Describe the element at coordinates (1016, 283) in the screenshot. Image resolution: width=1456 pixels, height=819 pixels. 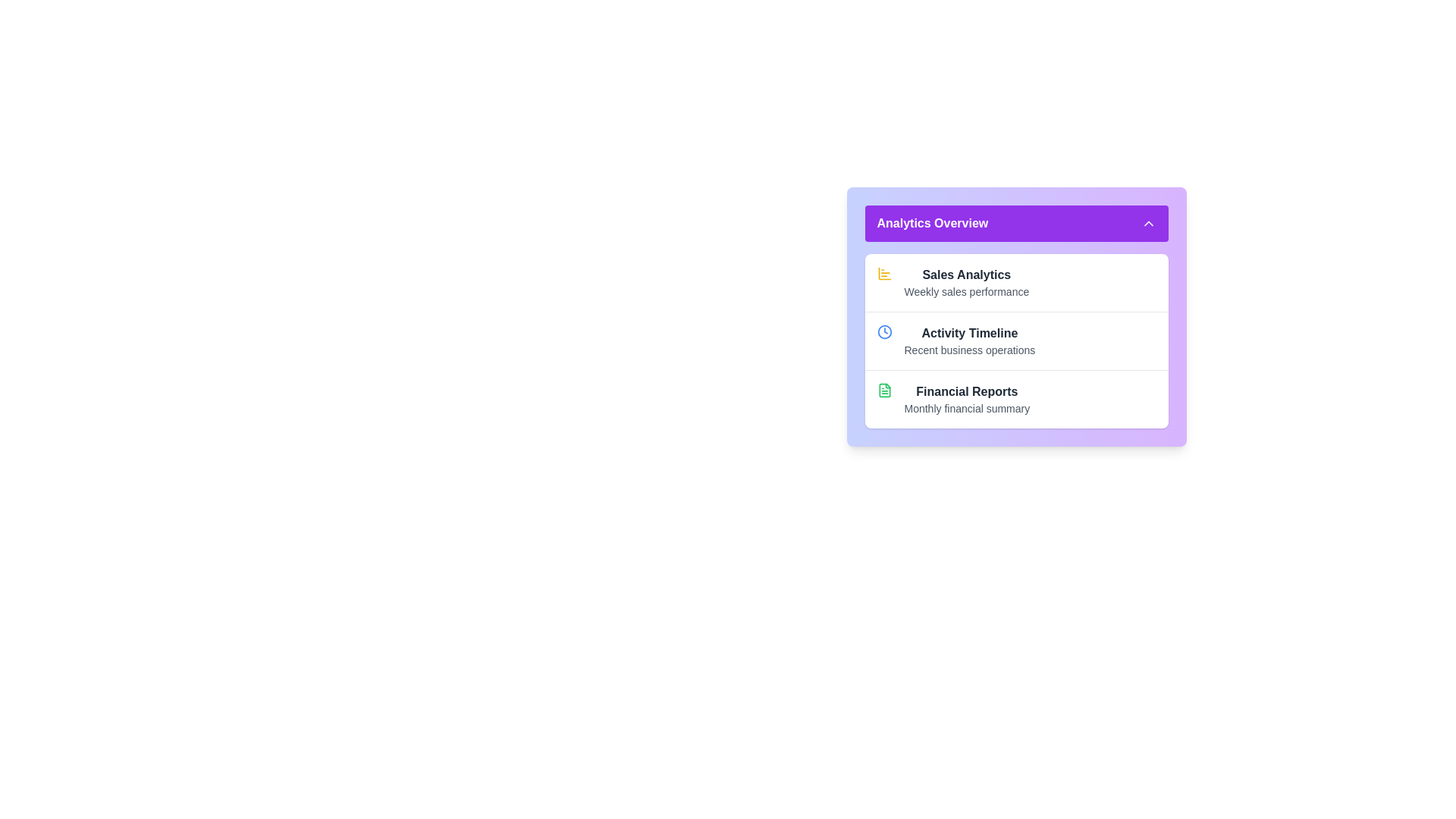
I see `the List item labeled 'Sales Analytics' that contains an icon resembling a bar chart and two lines of text` at that location.